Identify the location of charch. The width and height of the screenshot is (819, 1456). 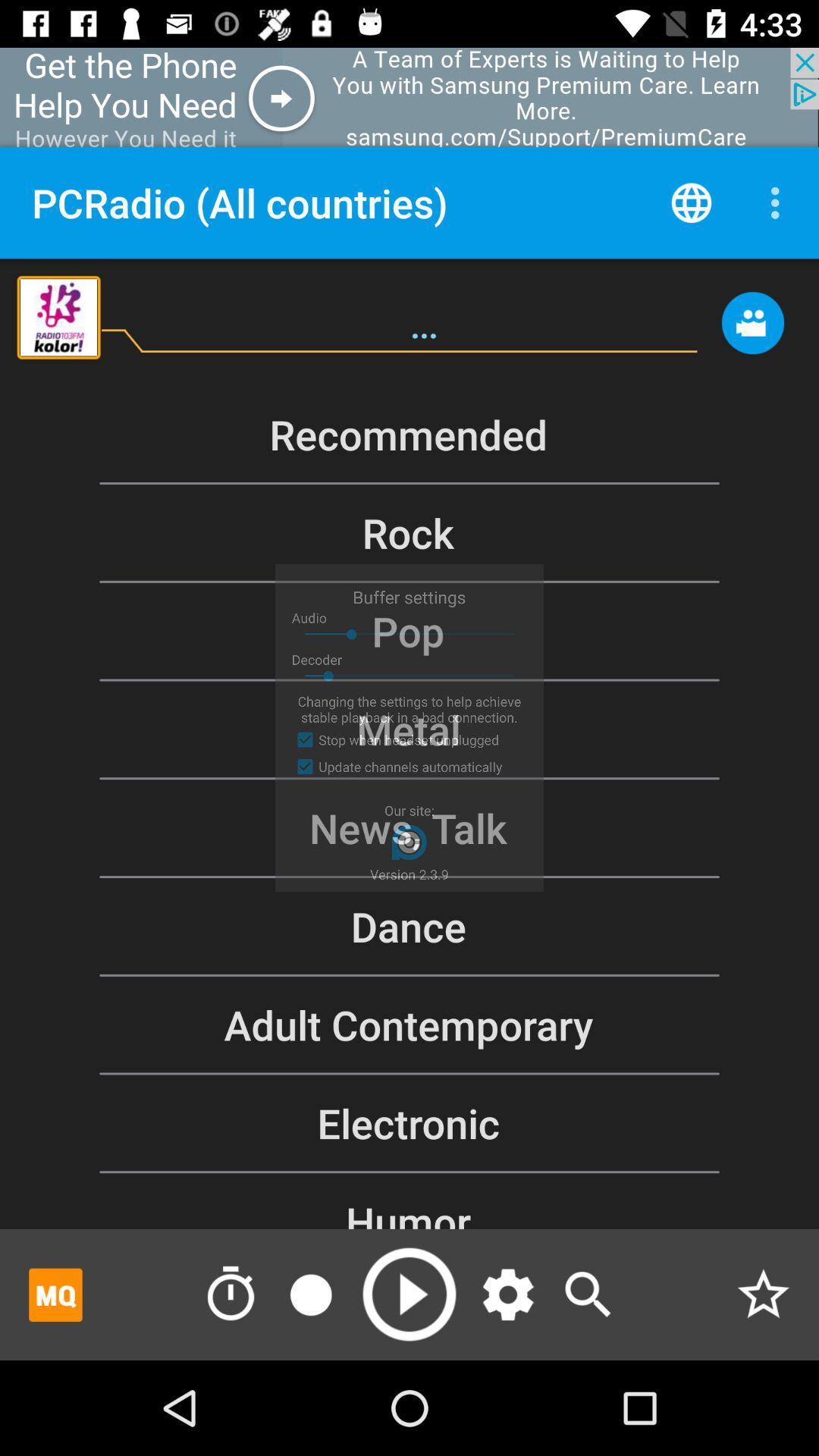
(587, 1294).